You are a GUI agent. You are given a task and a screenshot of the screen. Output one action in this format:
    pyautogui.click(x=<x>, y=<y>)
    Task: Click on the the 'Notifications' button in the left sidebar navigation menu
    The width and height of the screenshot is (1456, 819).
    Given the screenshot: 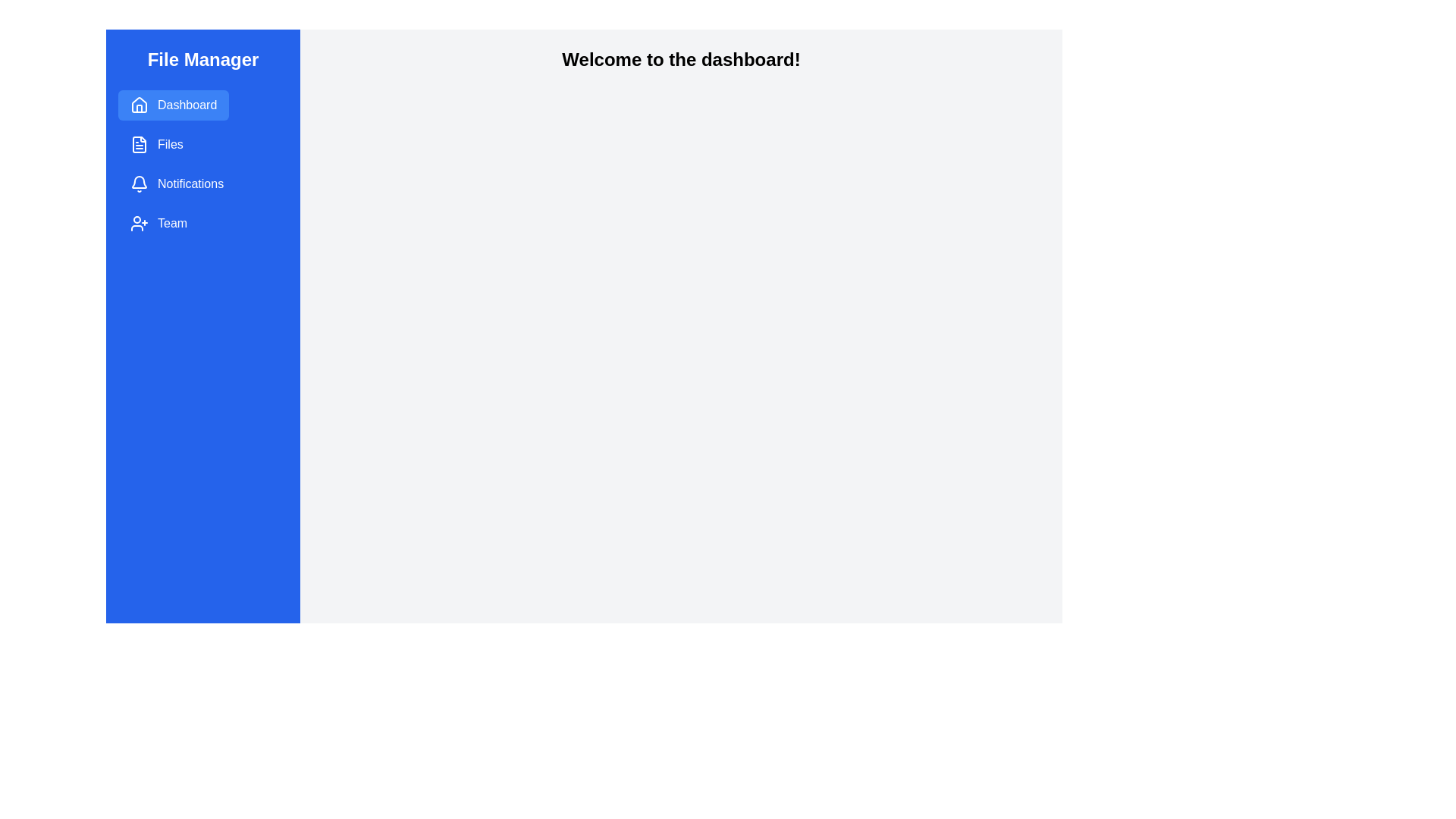 What is the action you would take?
    pyautogui.click(x=177, y=184)
    